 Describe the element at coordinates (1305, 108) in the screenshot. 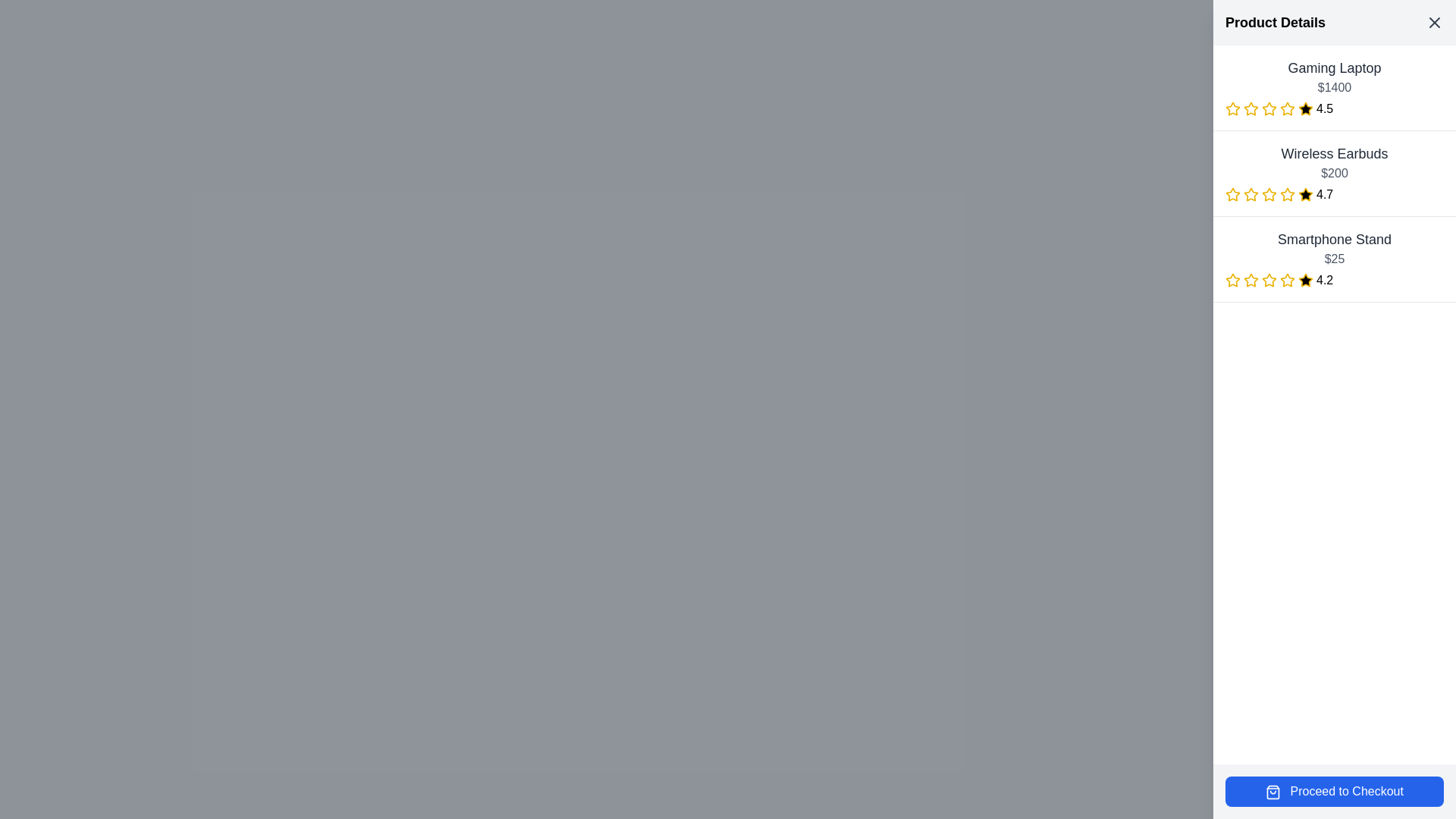

I see `the fourth star in the 5-star rating system for the 'Gaming Laptop' product entry` at that location.